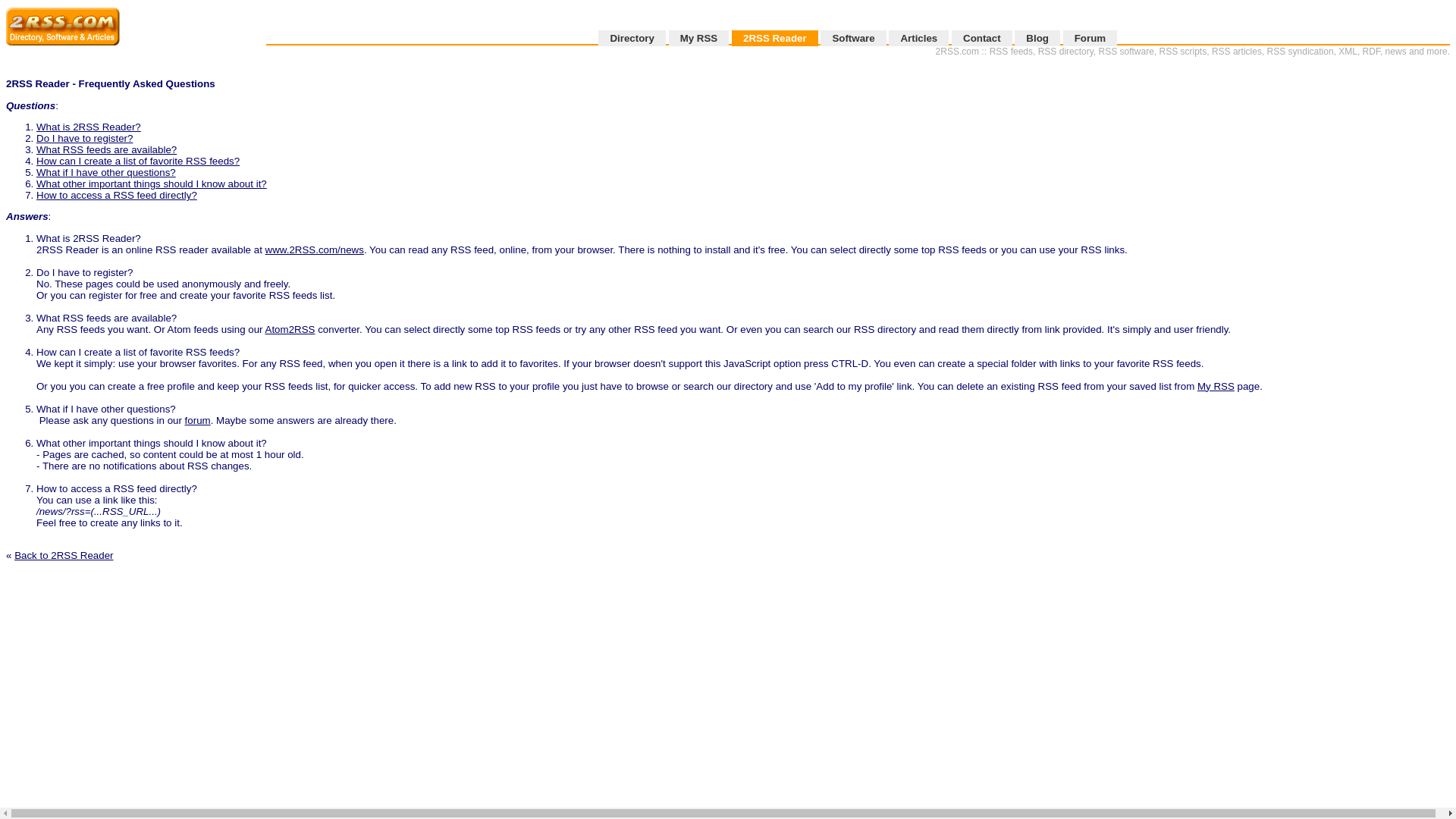 This screenshot has width=1456, height=819. What do you see at coordinates (115, 194) in the screenshot?
I see `'How to access a RSS feed directly?'` at bounding box center [115, 194].